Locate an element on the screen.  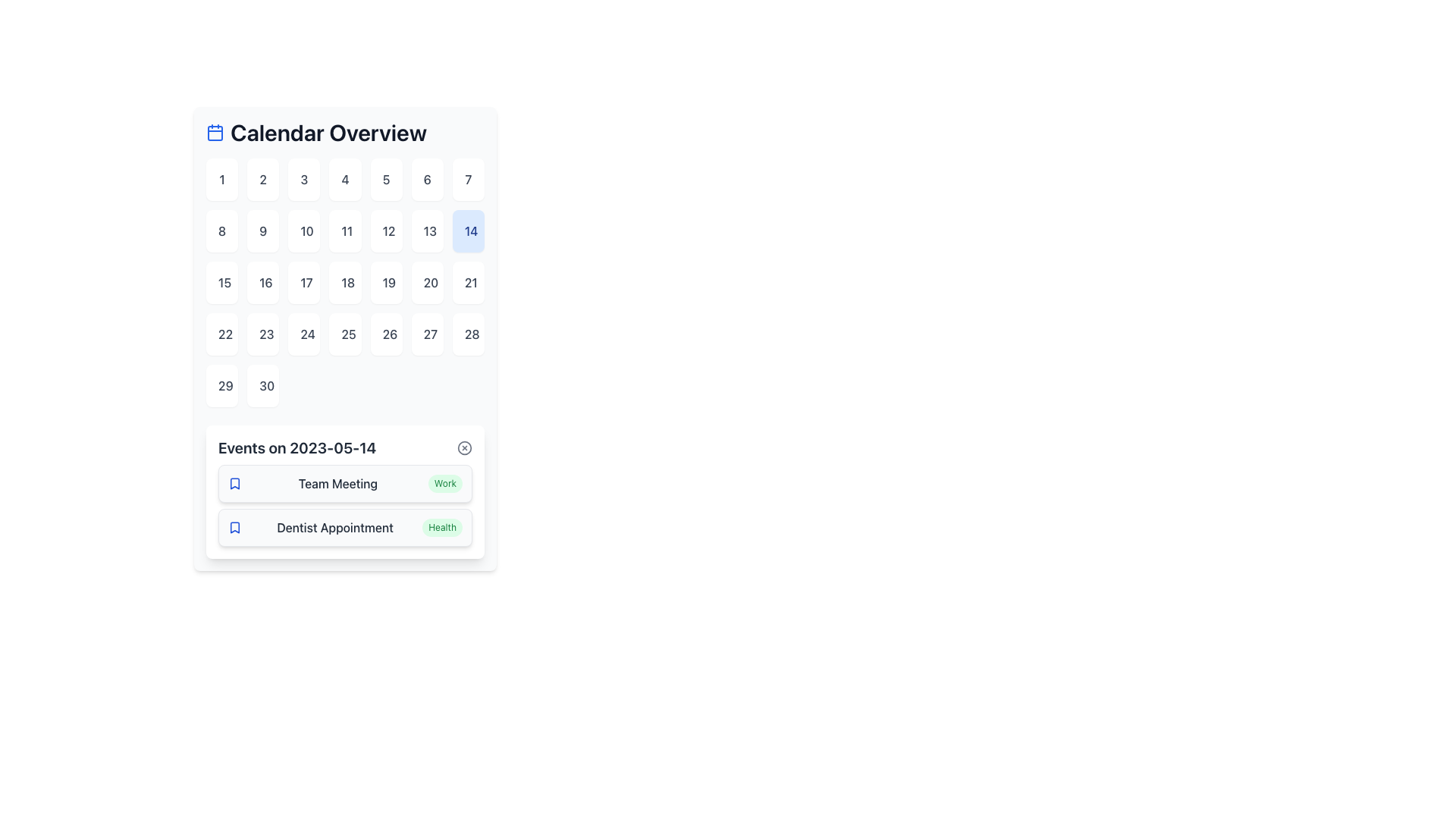
the button displaying the number '18' is located at coordinates (344, 283).